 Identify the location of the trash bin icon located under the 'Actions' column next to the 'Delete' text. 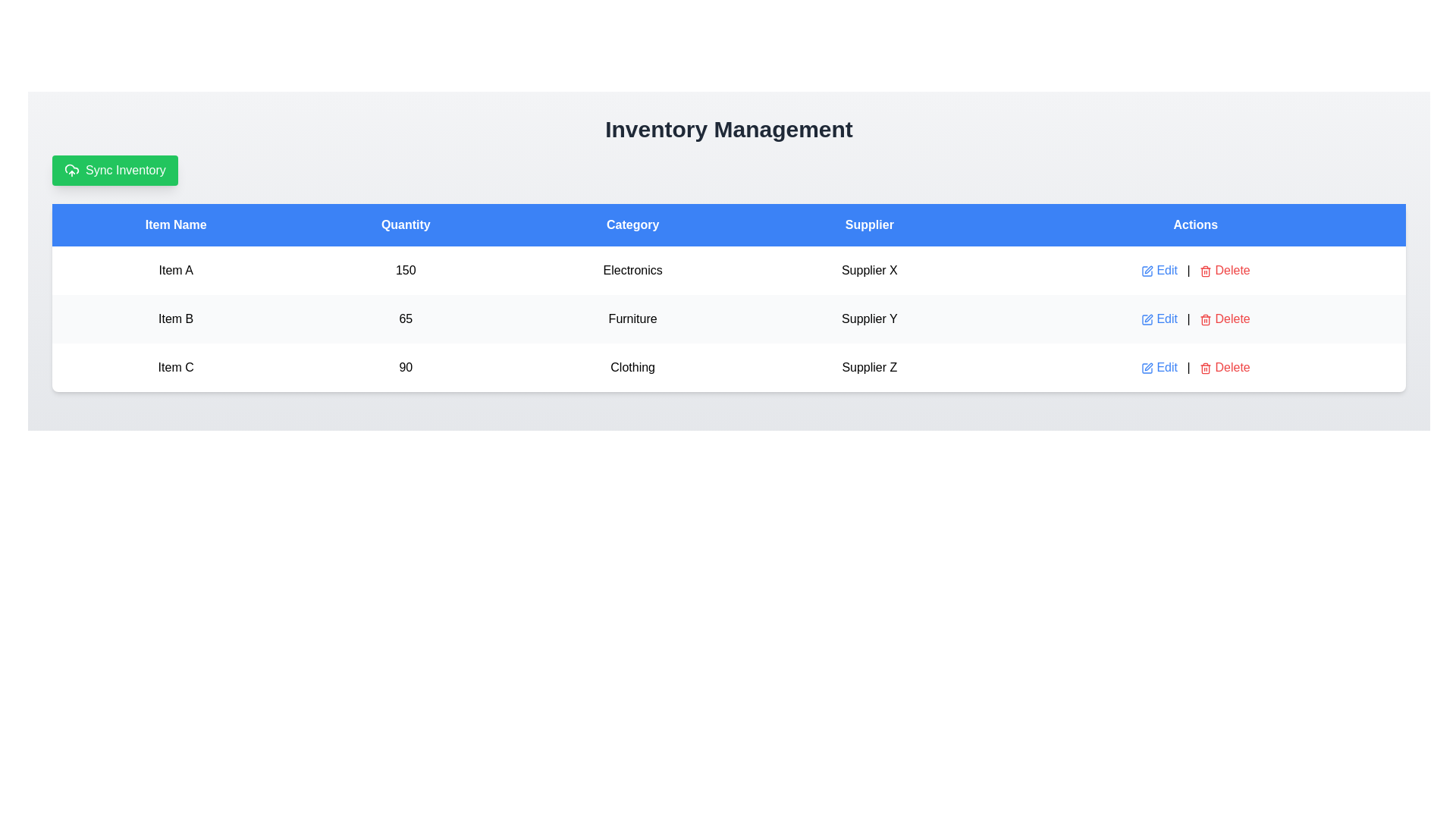
(1205, 270).